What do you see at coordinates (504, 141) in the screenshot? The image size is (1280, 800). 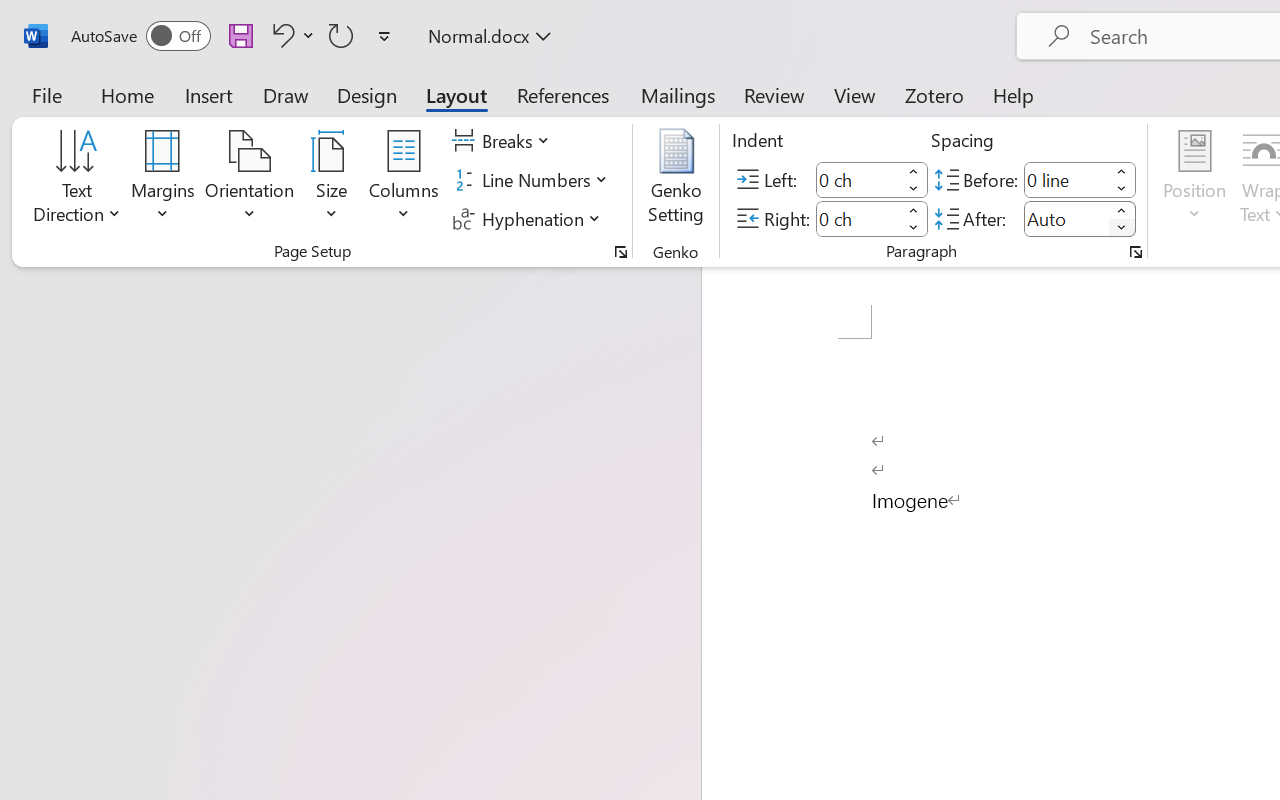 I see `'Breaks'` at bounding box center [504, 141].